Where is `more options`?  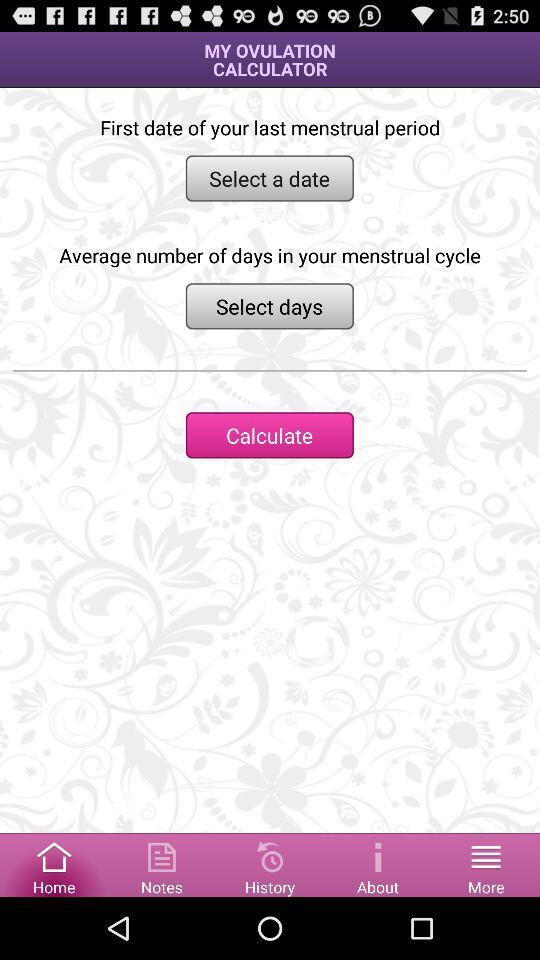 more options is located at coordinates (485, 863).